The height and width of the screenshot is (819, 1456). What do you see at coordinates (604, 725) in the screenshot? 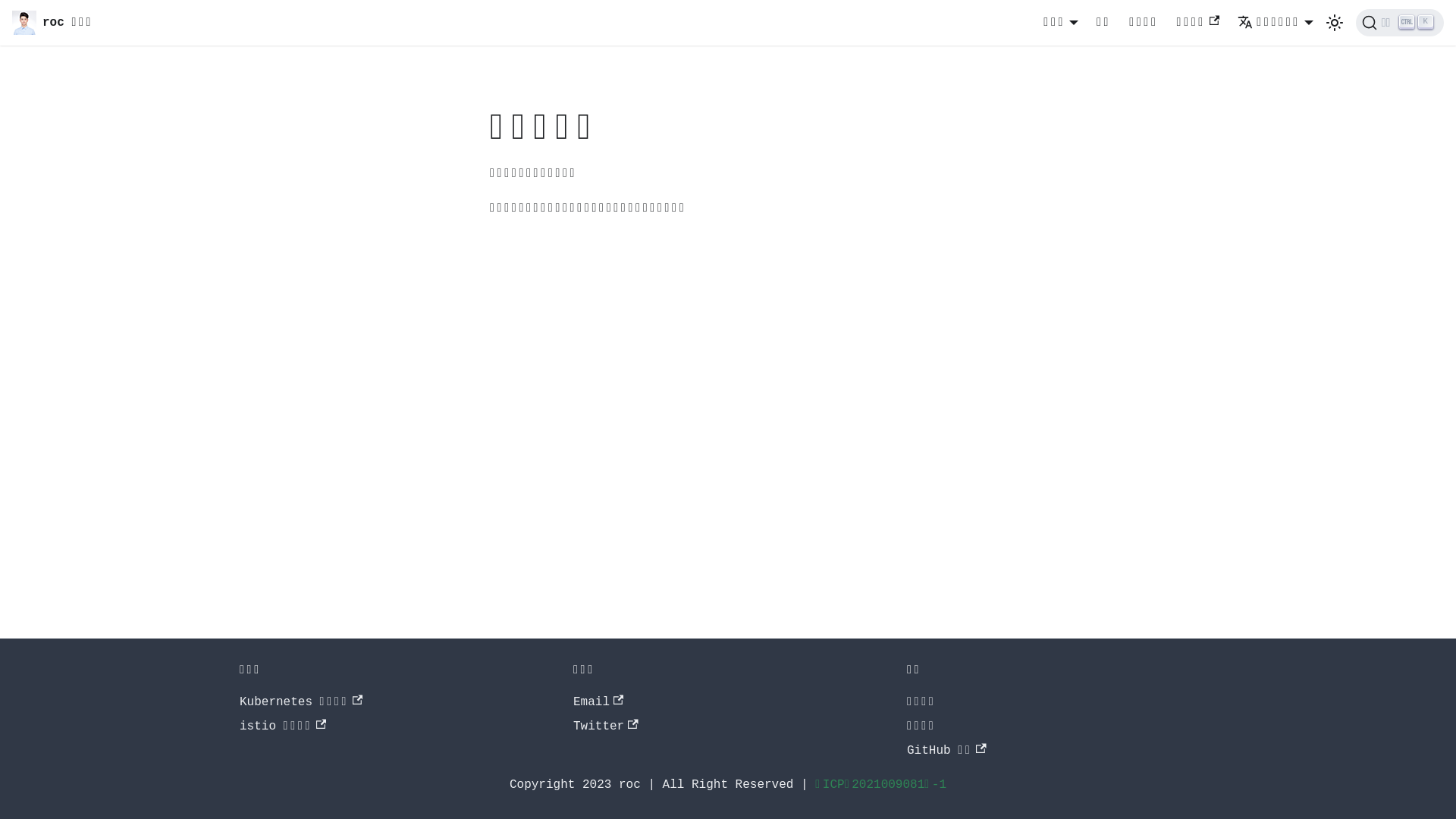
I see `'Twitter'` at bounding box center [604, 725].